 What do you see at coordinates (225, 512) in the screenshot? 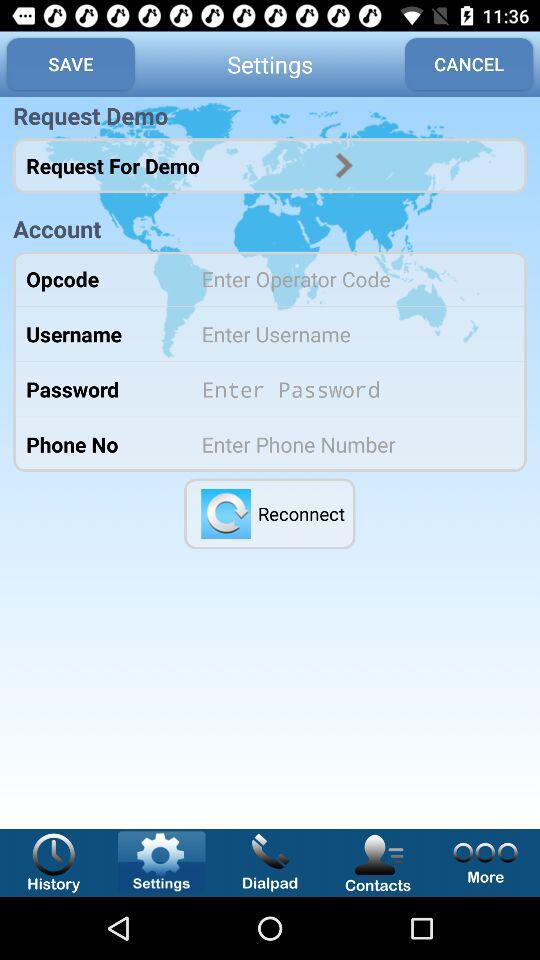
I see `the refresh icon` at bounding box center [225, 512].